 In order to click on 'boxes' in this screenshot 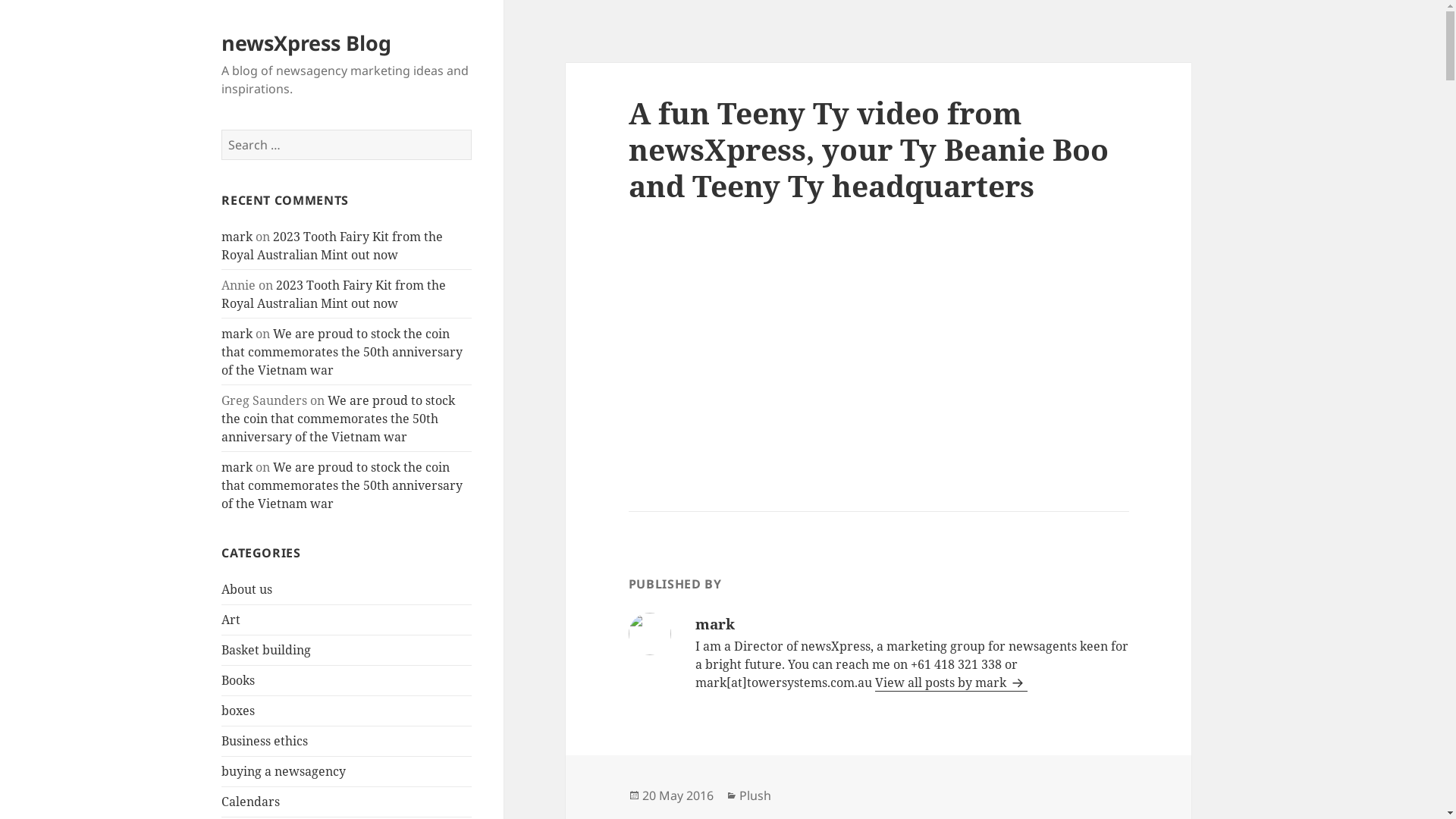, I will do `click(237, 711)`.